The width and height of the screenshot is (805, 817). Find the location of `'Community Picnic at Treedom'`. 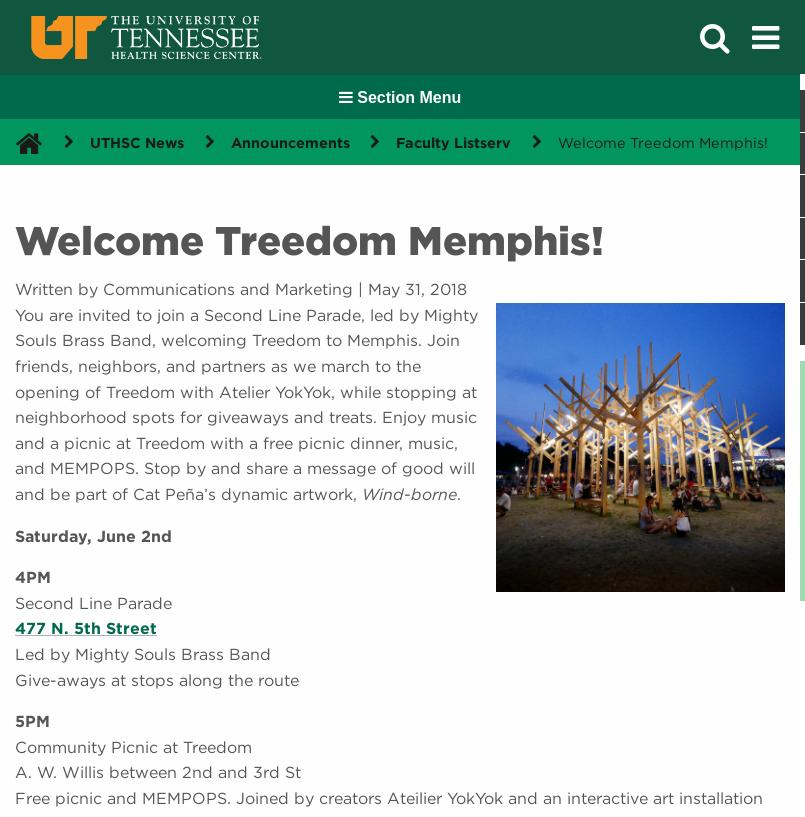

'Community Picnic at Treedom' is located at coordinates (133, 746).